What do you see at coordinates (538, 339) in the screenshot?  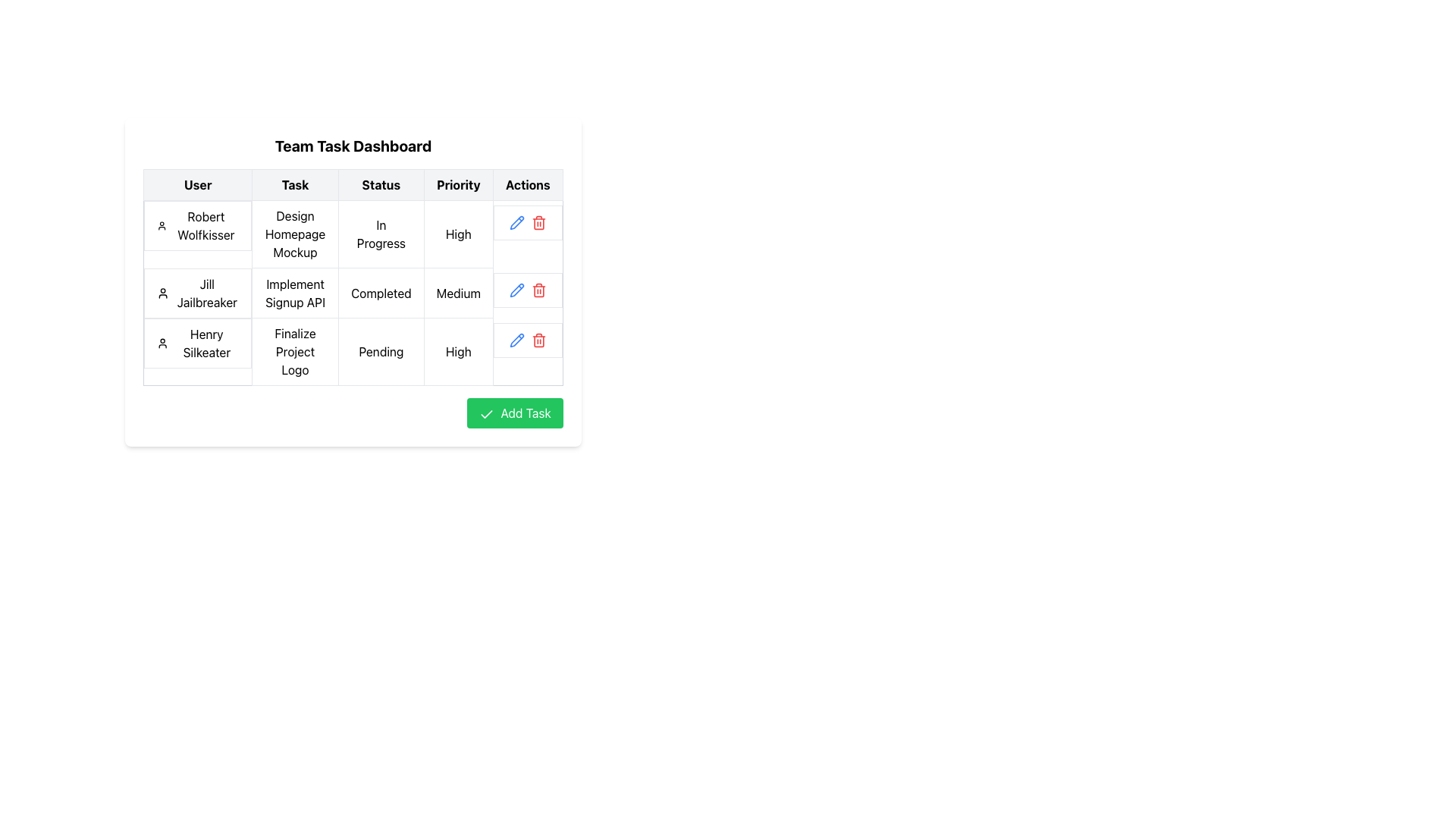 I see `the red trash can icon button in the 'Actions' column of the table associated with the task entry 'Design Homepage Mockup'` at bounding box center [538, 339].